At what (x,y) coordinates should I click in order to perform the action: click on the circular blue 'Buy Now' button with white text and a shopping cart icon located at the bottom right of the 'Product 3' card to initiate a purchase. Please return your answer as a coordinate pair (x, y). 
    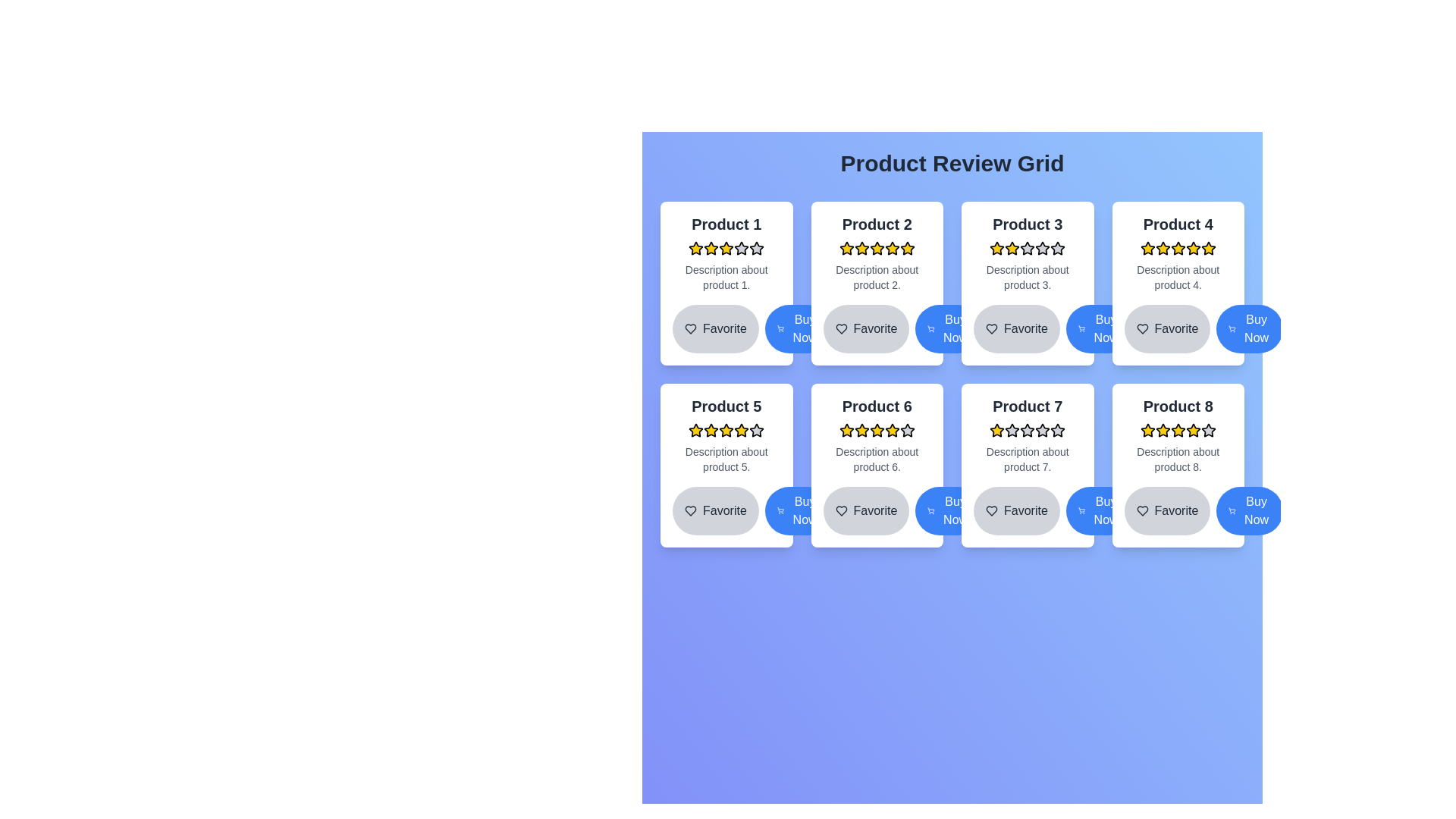
    Looking at the image, I should click on (1099, 328).